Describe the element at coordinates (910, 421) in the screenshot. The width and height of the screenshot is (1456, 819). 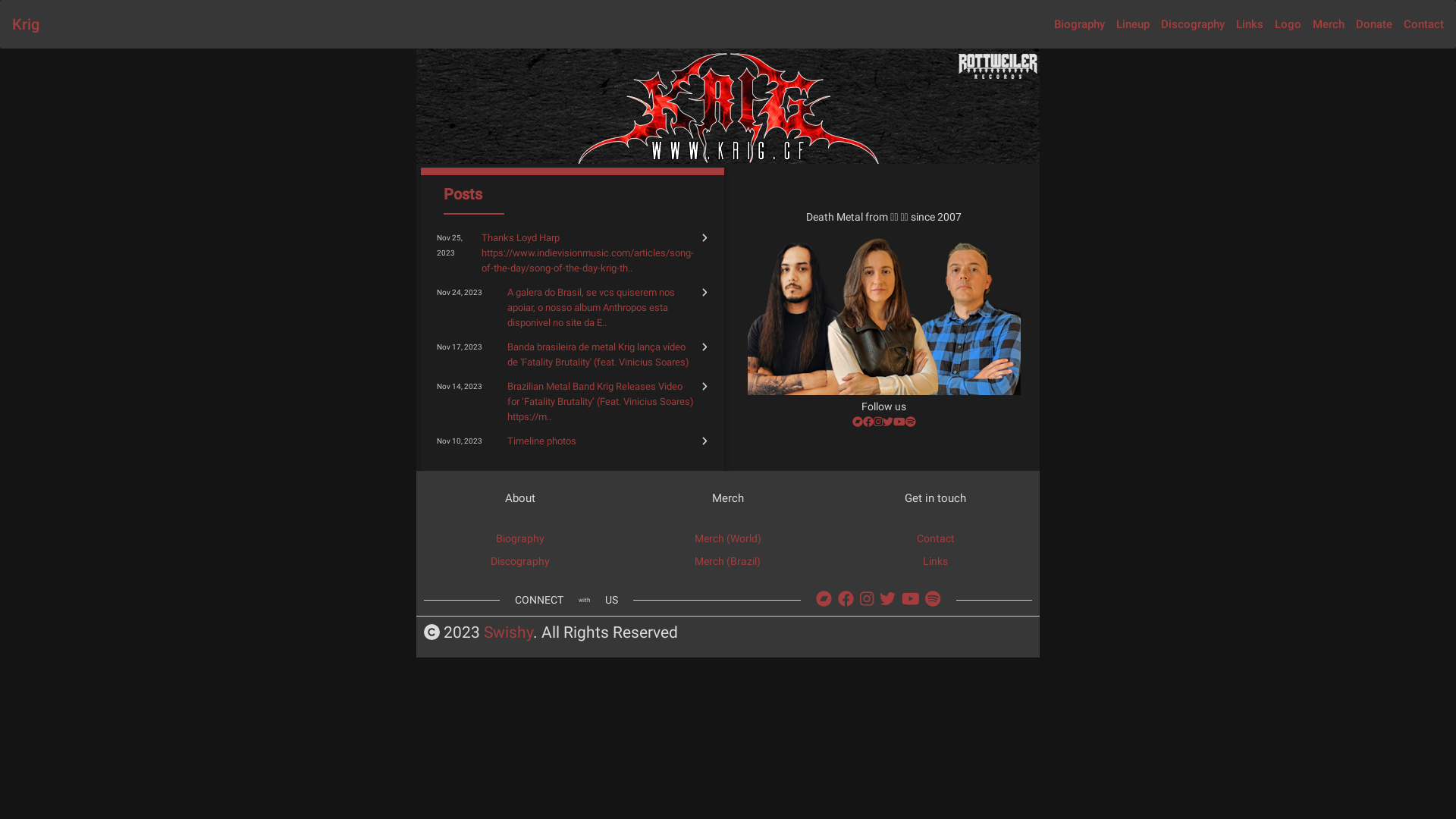
I see `'Spotify'` at that location.